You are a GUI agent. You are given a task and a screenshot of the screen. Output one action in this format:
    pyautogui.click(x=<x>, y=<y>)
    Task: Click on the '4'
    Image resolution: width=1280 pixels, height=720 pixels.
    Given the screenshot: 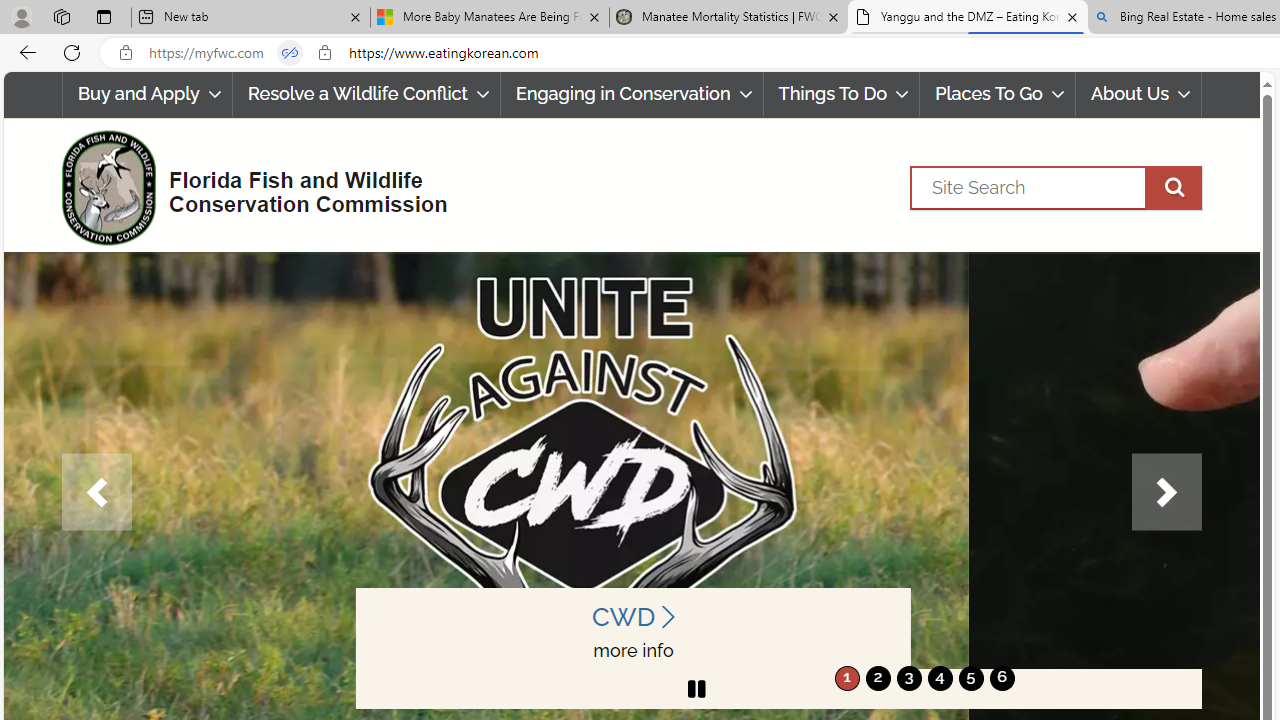 What is the action you would take?
    pyautogui.click(x=939, y=677)
    